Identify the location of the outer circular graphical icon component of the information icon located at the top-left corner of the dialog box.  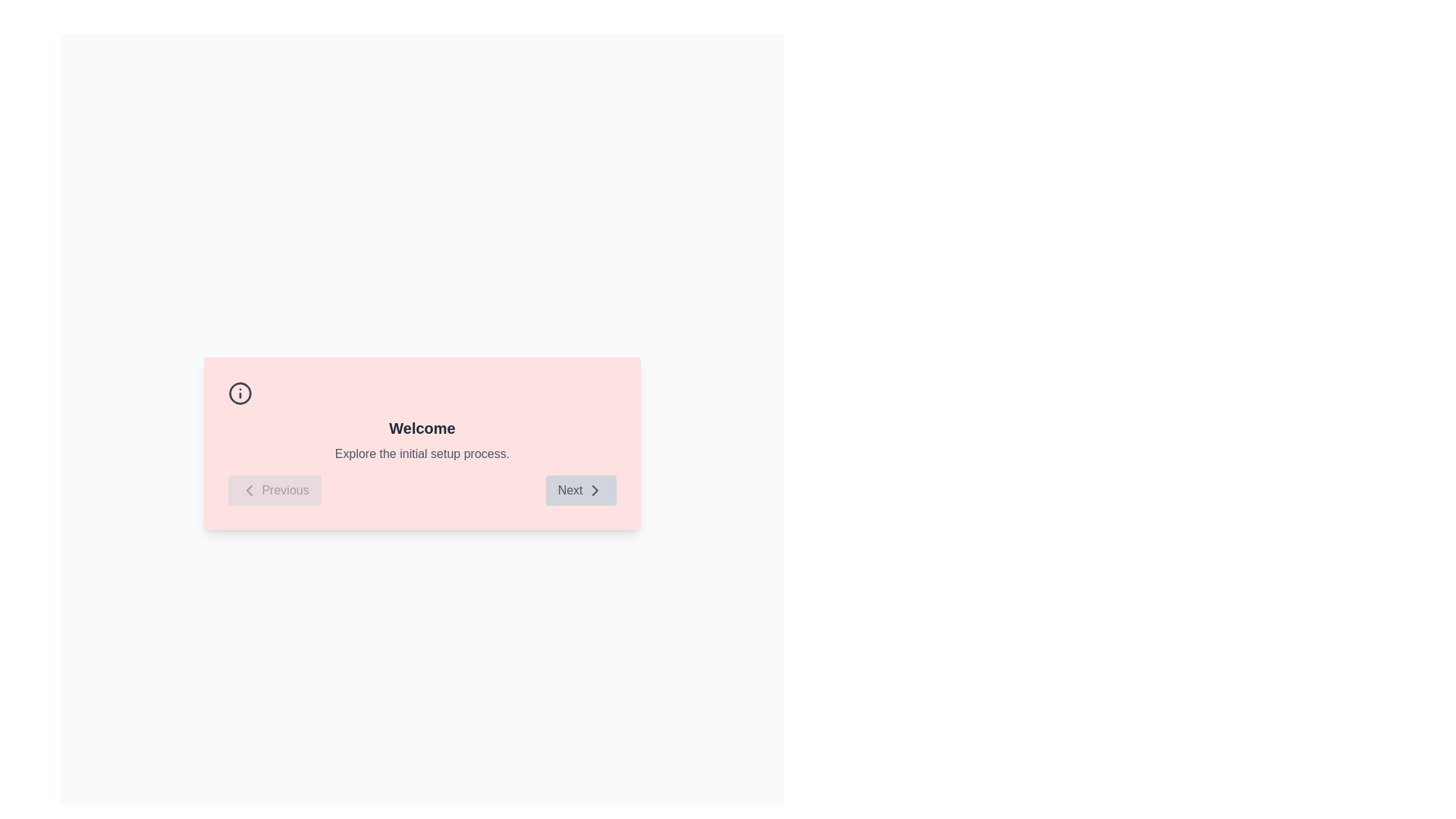
(239, 391).